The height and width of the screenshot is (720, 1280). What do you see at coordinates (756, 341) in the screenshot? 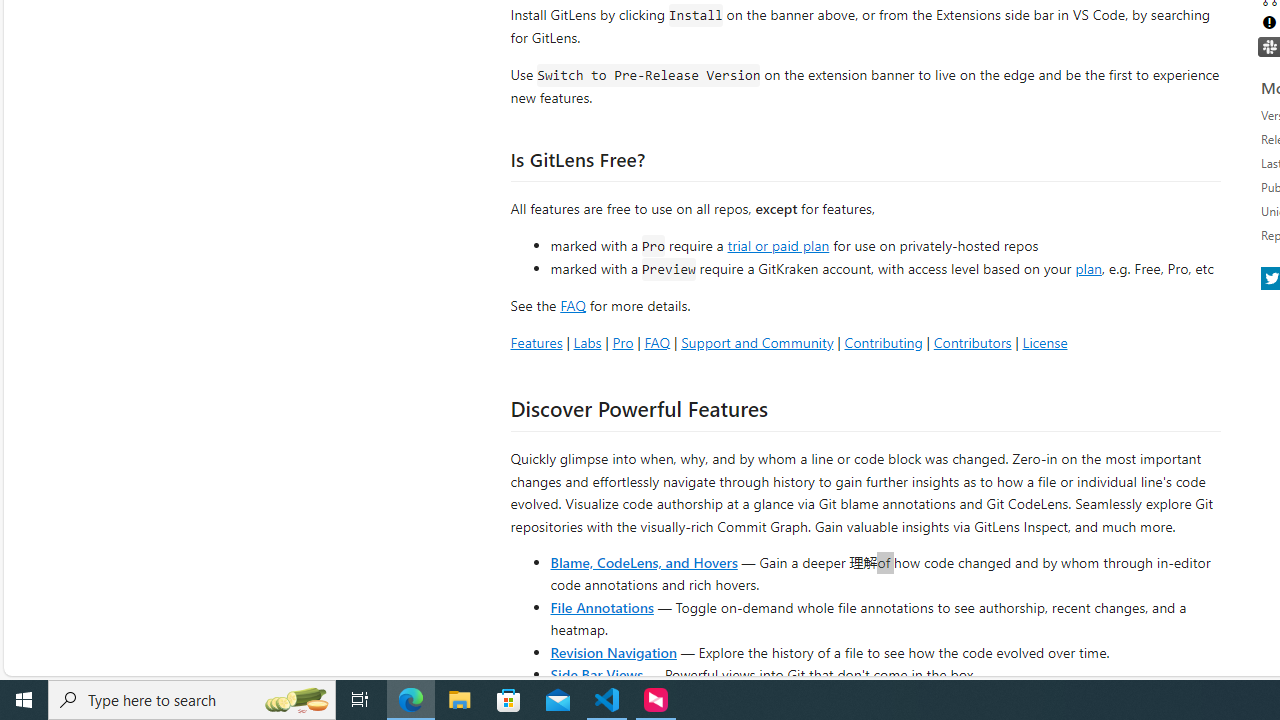
I see `'Support and Community'` at bounding box center [756, 341].